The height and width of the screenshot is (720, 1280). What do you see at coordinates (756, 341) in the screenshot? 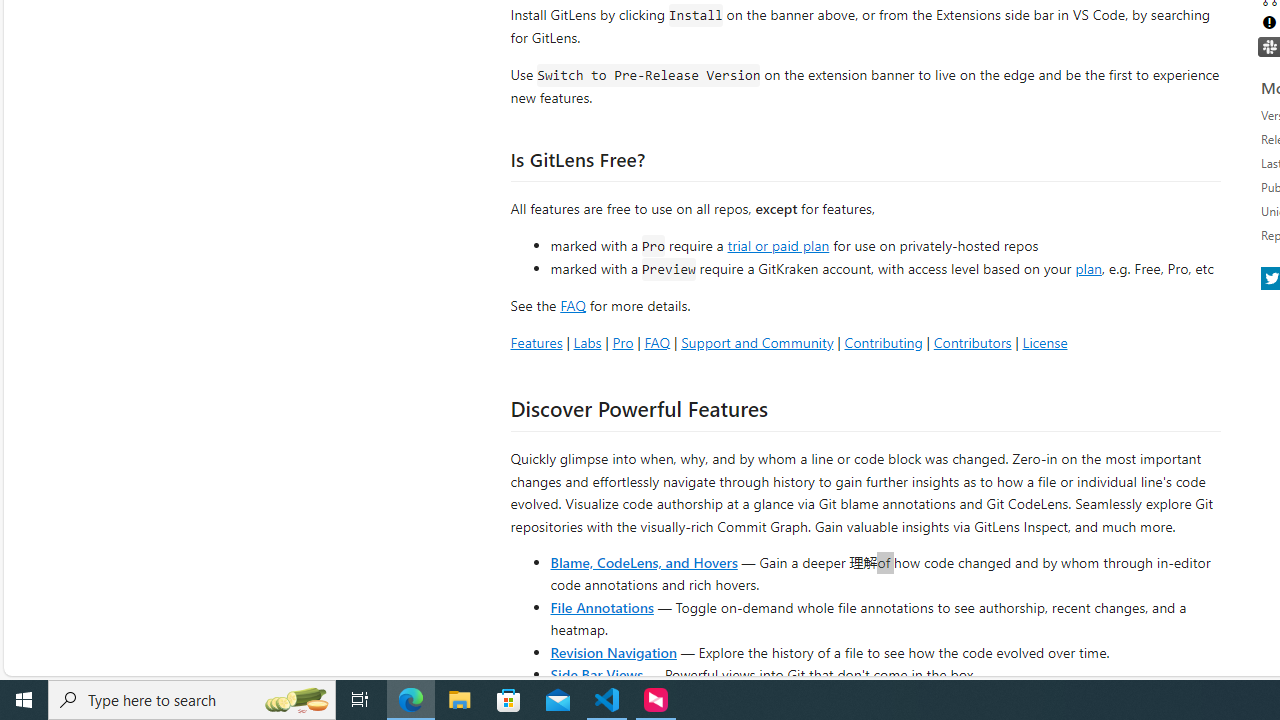
I see `'Support and Community'` at bounding box center [756, 341].